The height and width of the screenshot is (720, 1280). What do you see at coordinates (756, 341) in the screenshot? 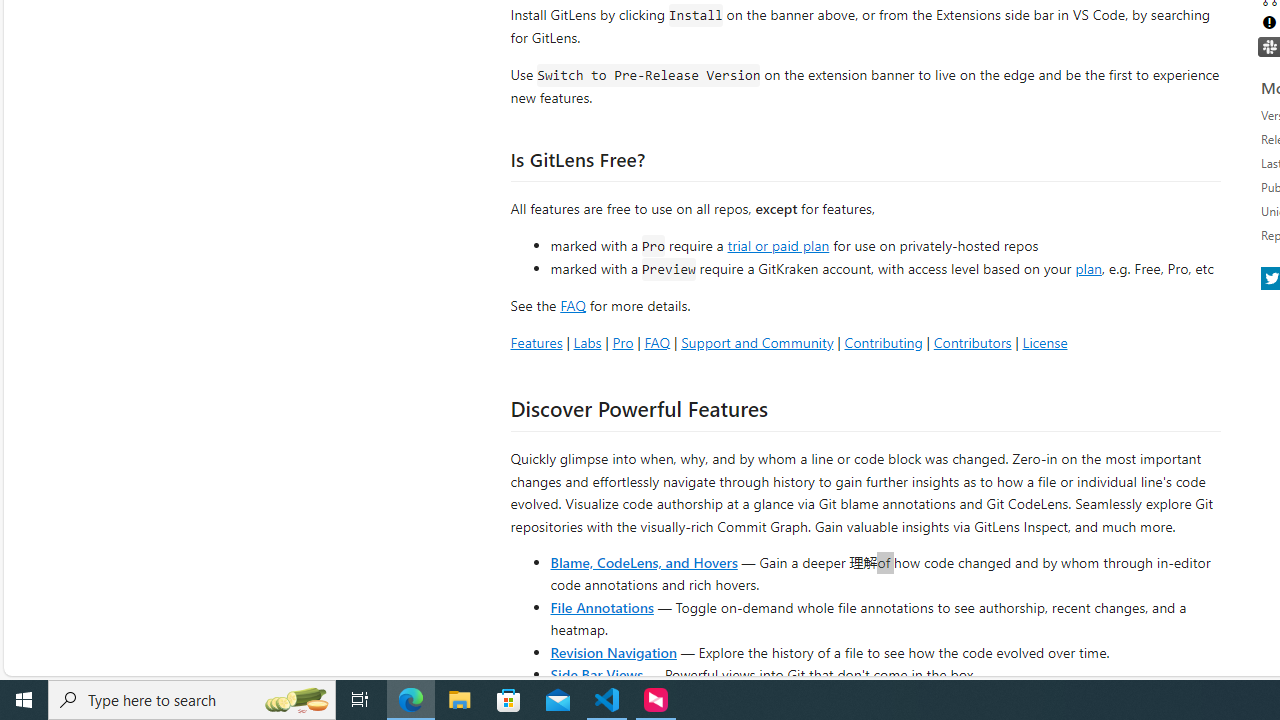
I see `'Support and Community'` at bounding box center [756, 341].